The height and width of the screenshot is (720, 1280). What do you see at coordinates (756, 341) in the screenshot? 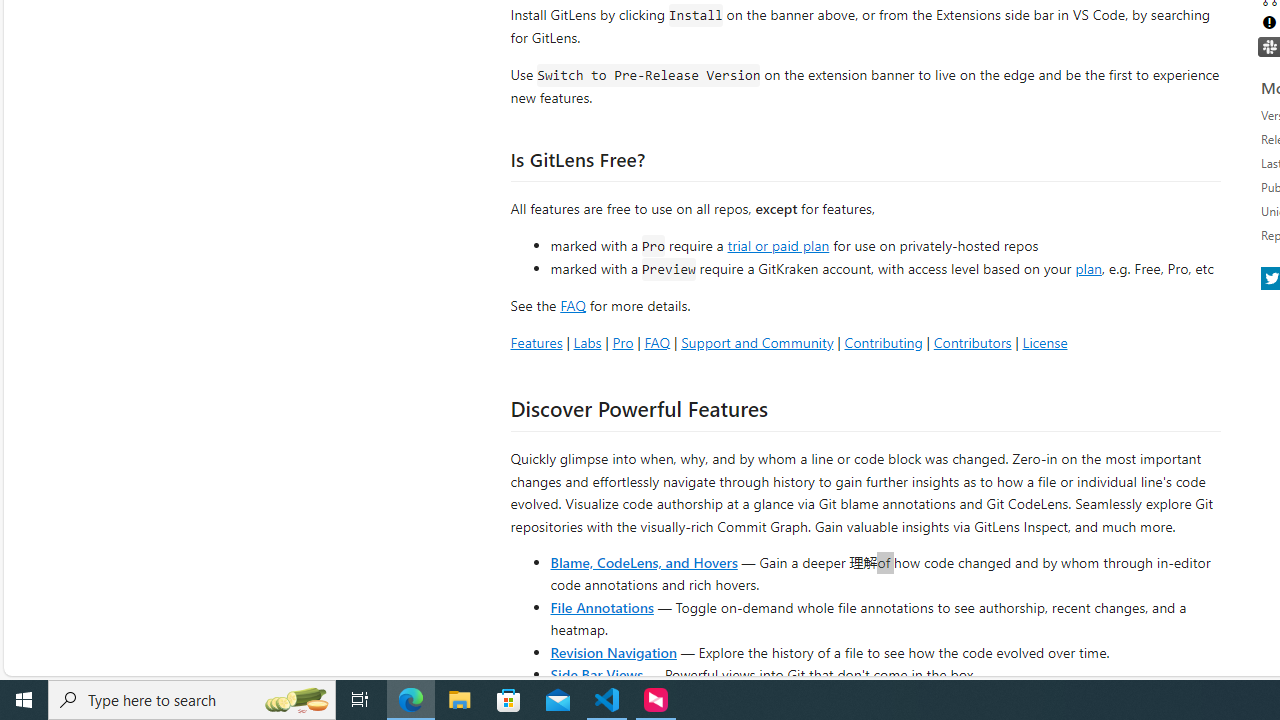
I see `'Support and Community'` at bounding box center [756, 341].